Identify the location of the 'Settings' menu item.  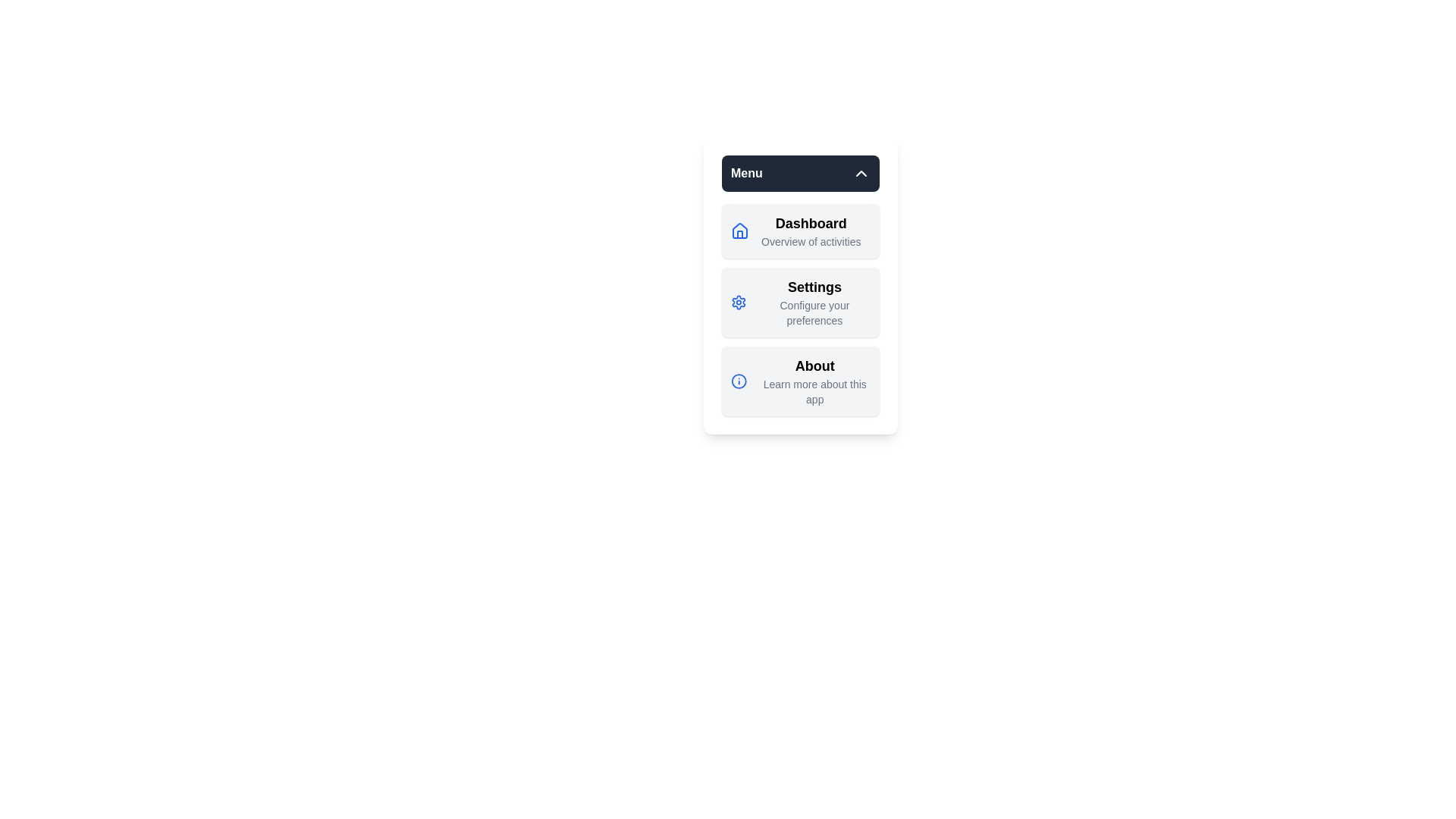
(800, 302).